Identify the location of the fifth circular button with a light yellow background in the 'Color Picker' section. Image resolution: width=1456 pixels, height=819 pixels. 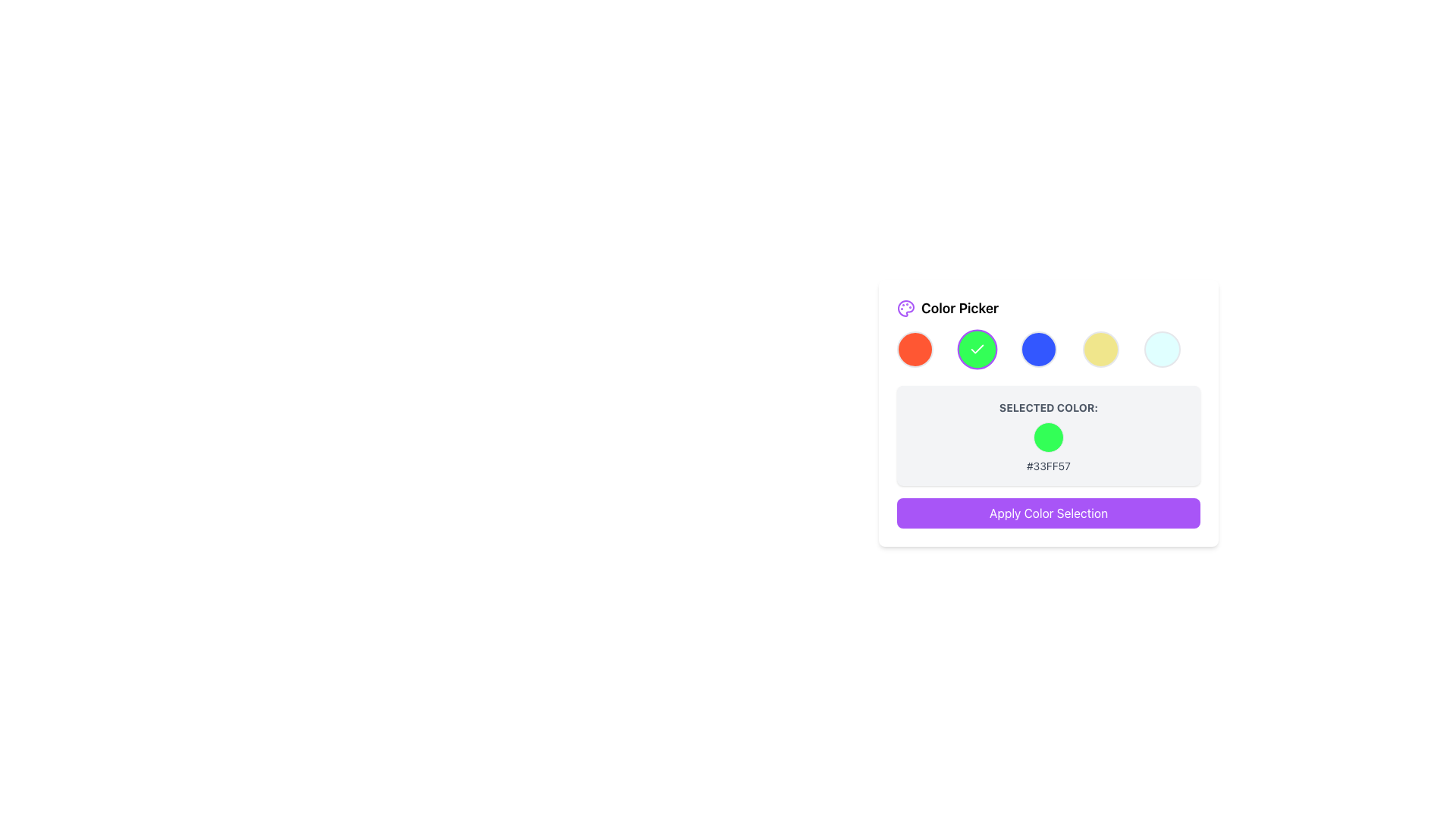
(1100, 350).